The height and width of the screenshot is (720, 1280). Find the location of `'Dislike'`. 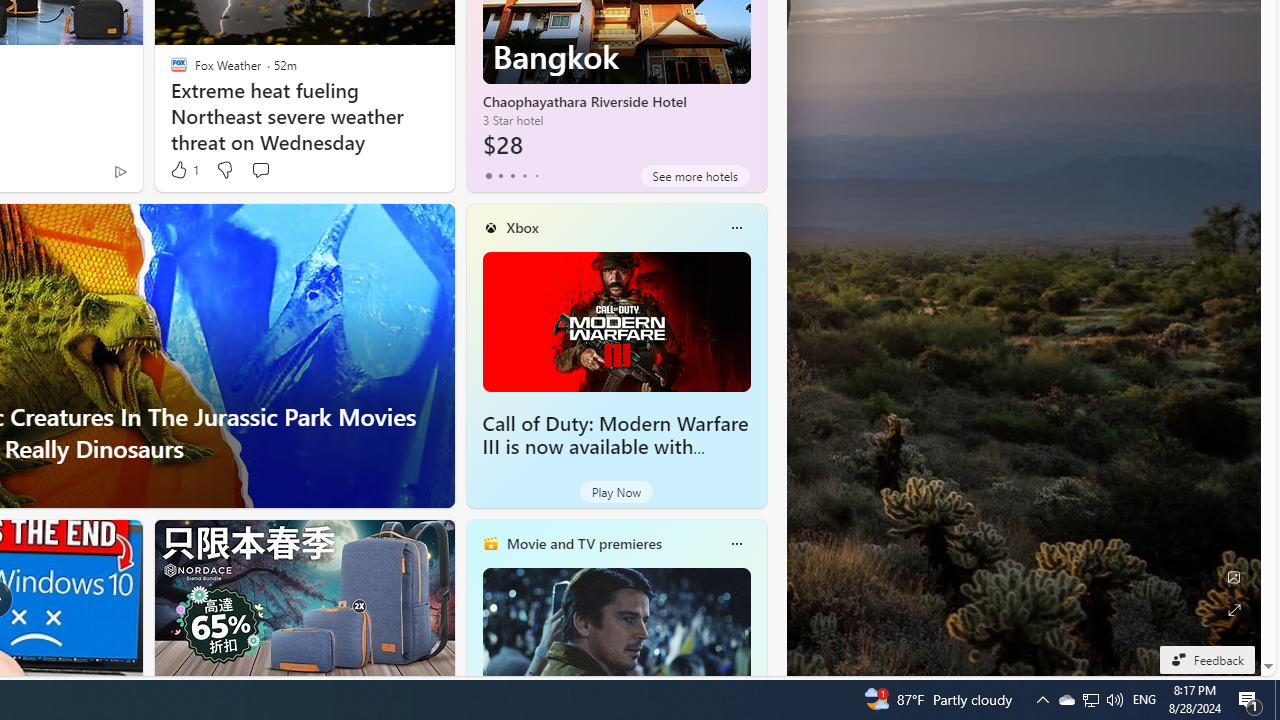

'Dislike' is located at coordinates (224, 169).